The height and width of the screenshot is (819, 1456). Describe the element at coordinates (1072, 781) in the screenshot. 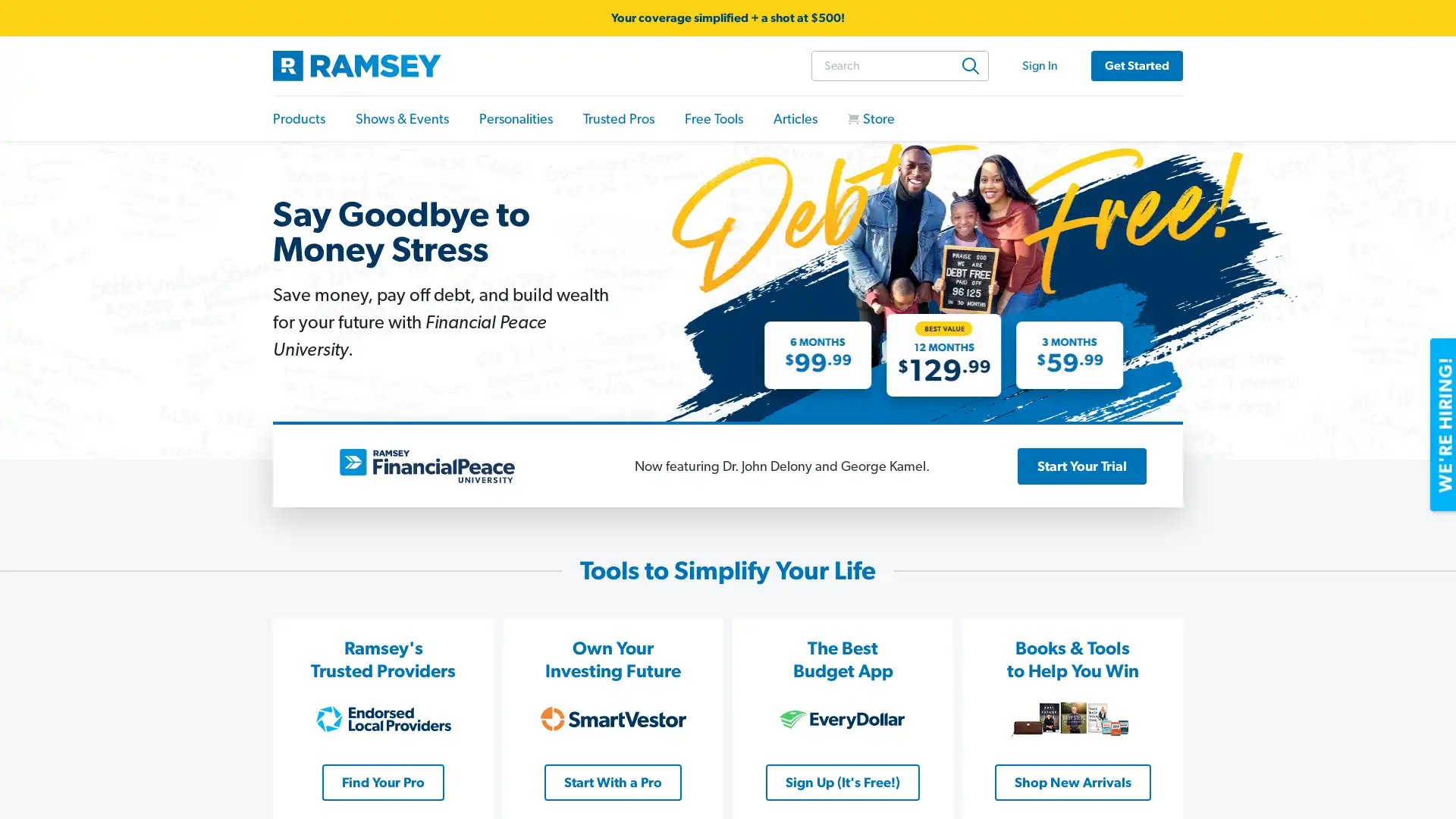

I see `Shop New Arrivals` at that location.